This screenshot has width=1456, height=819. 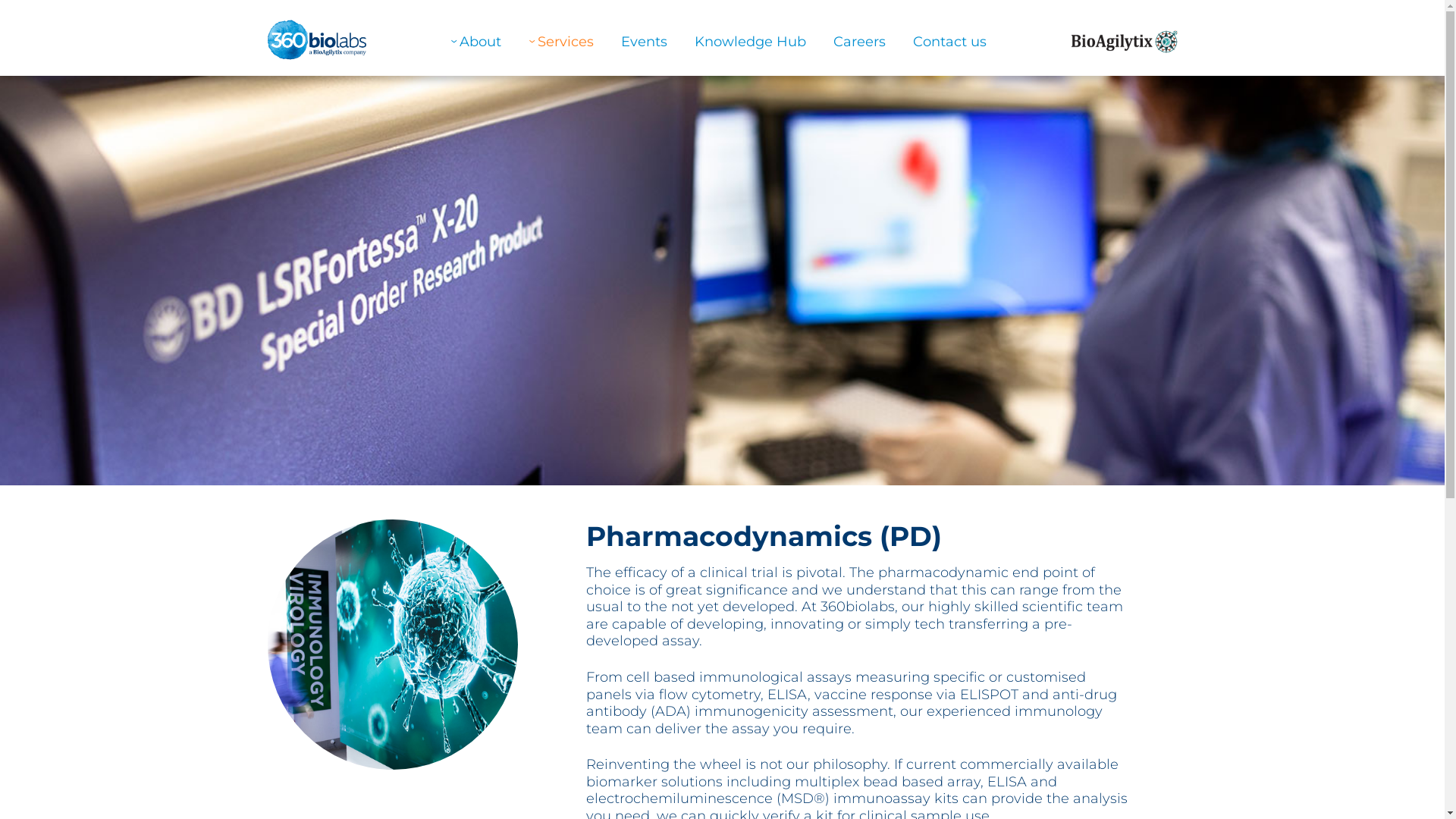 I want to click on 'Contact us', so click(x=949, y=40).